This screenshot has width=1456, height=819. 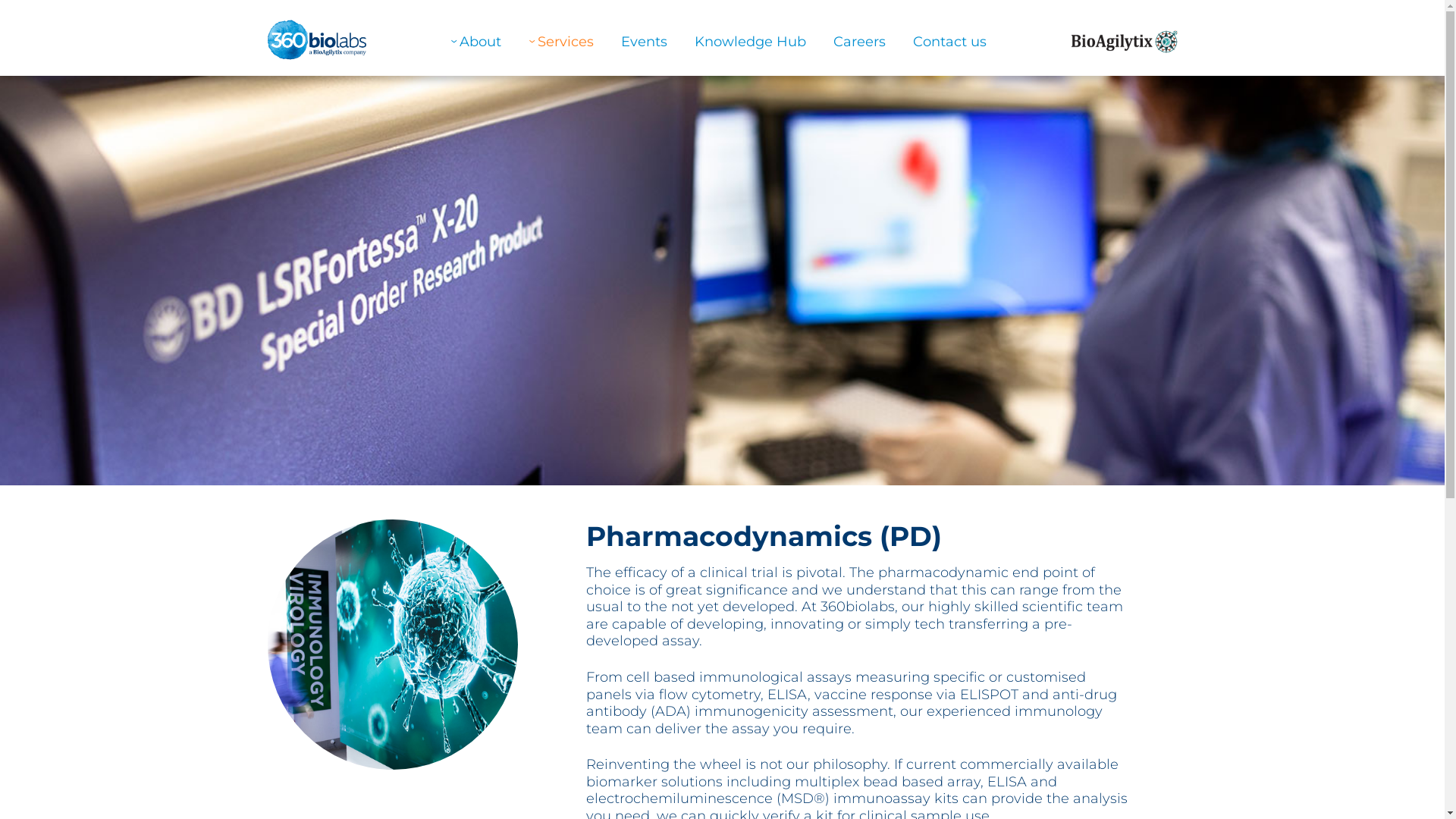 I want to click on 'Contact us', so click(x=949, y=40).